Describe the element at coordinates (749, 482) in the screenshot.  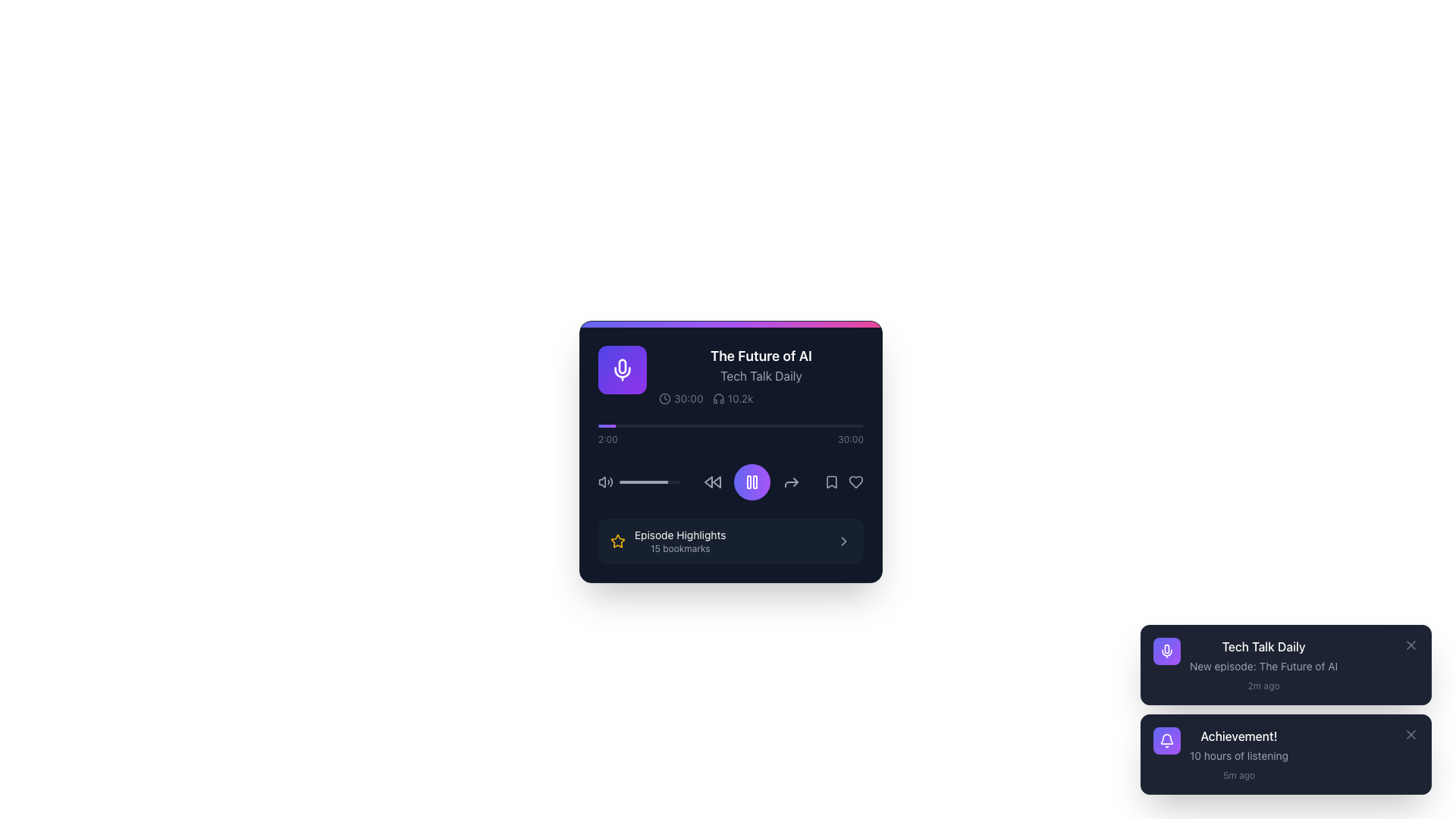
I see `the first vertical bar of the pause symbol within the circular button in the media control section` at that location.